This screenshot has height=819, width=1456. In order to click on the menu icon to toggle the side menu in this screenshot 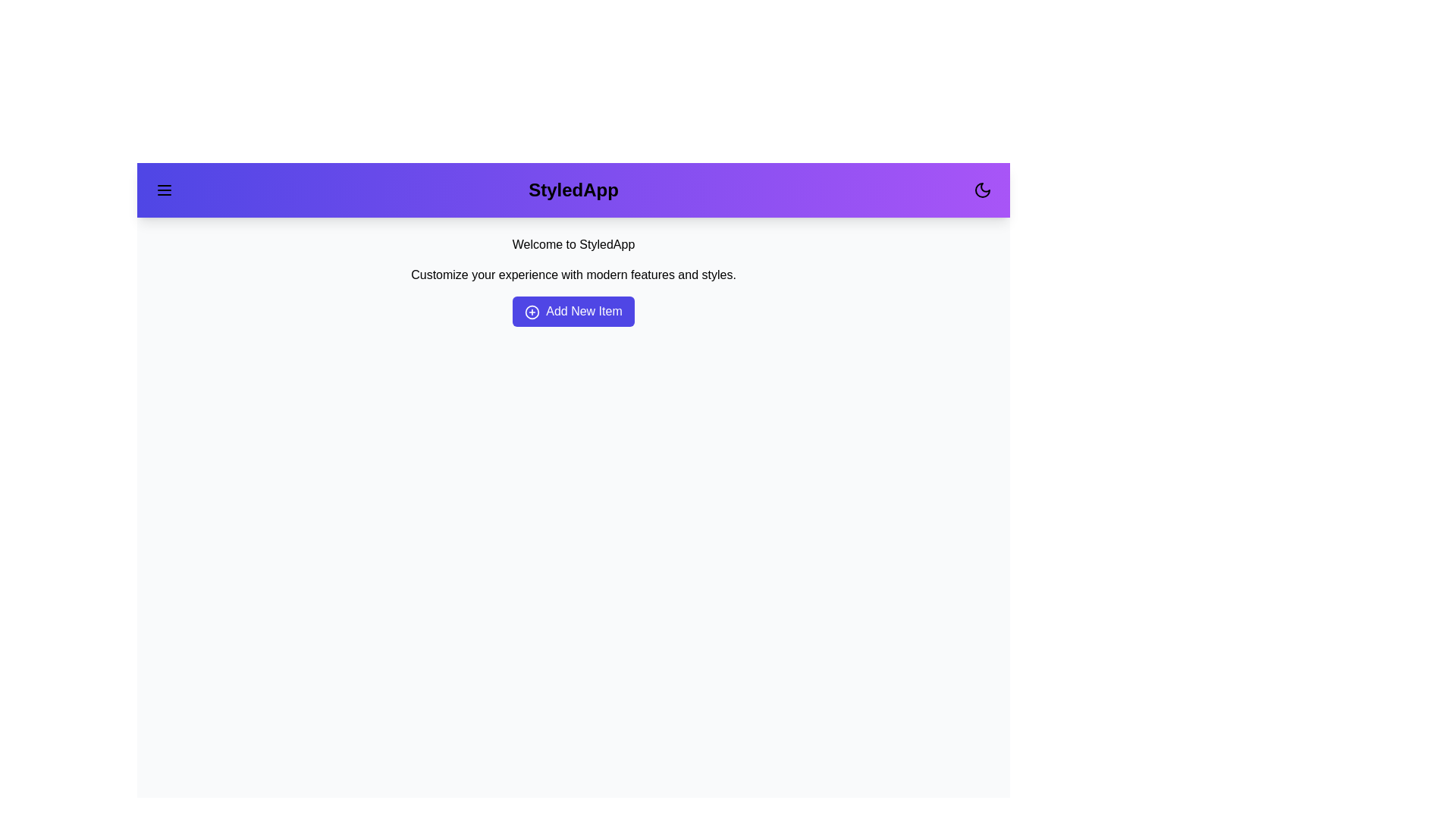, I will do `click(164, 189)`.